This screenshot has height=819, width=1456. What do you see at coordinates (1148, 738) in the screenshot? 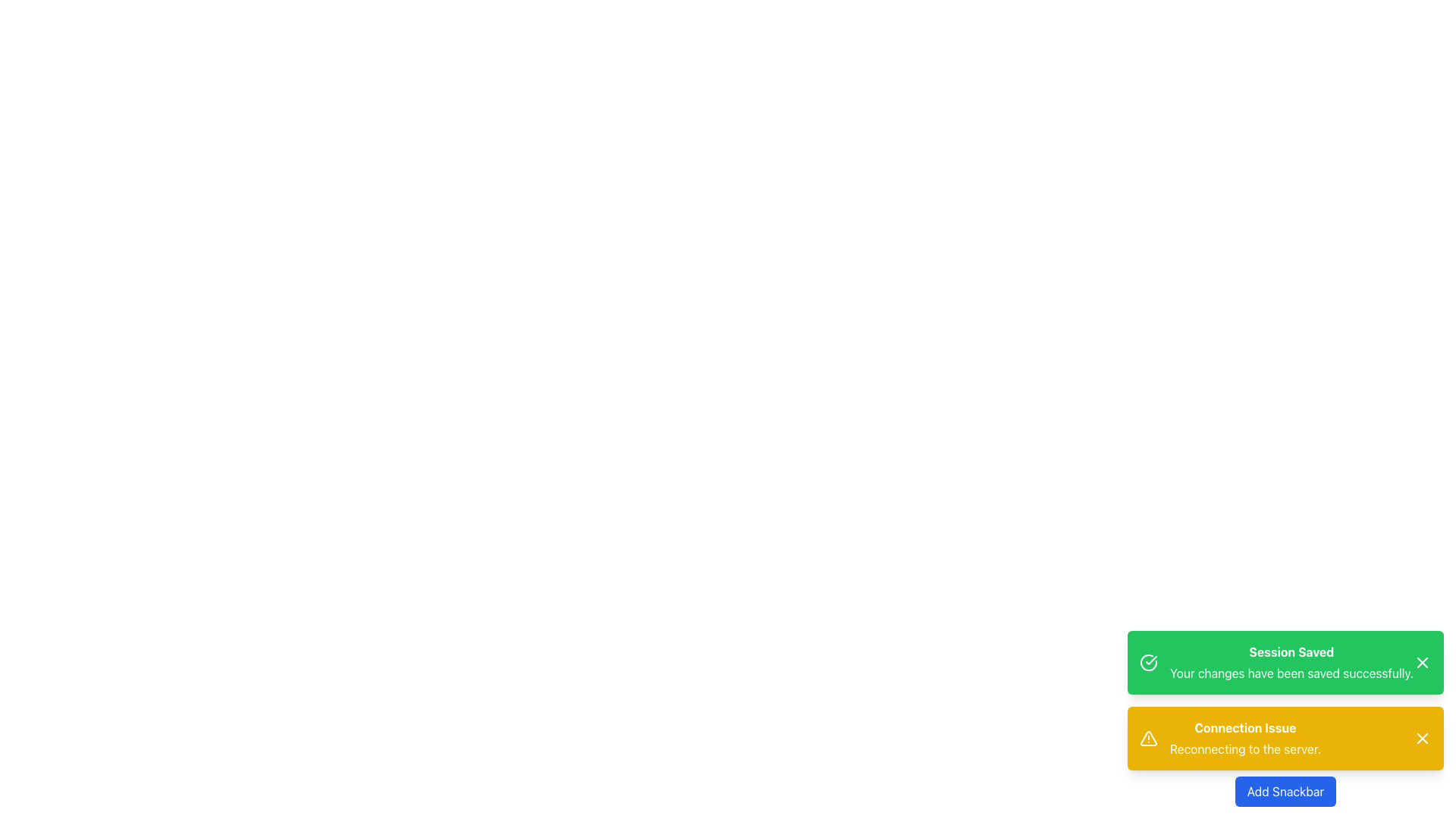
I see `the triangular warning icon with a yellow border and white interior that is part of the 'Connection Issue' notification box` at bounding box center [1148, 738].